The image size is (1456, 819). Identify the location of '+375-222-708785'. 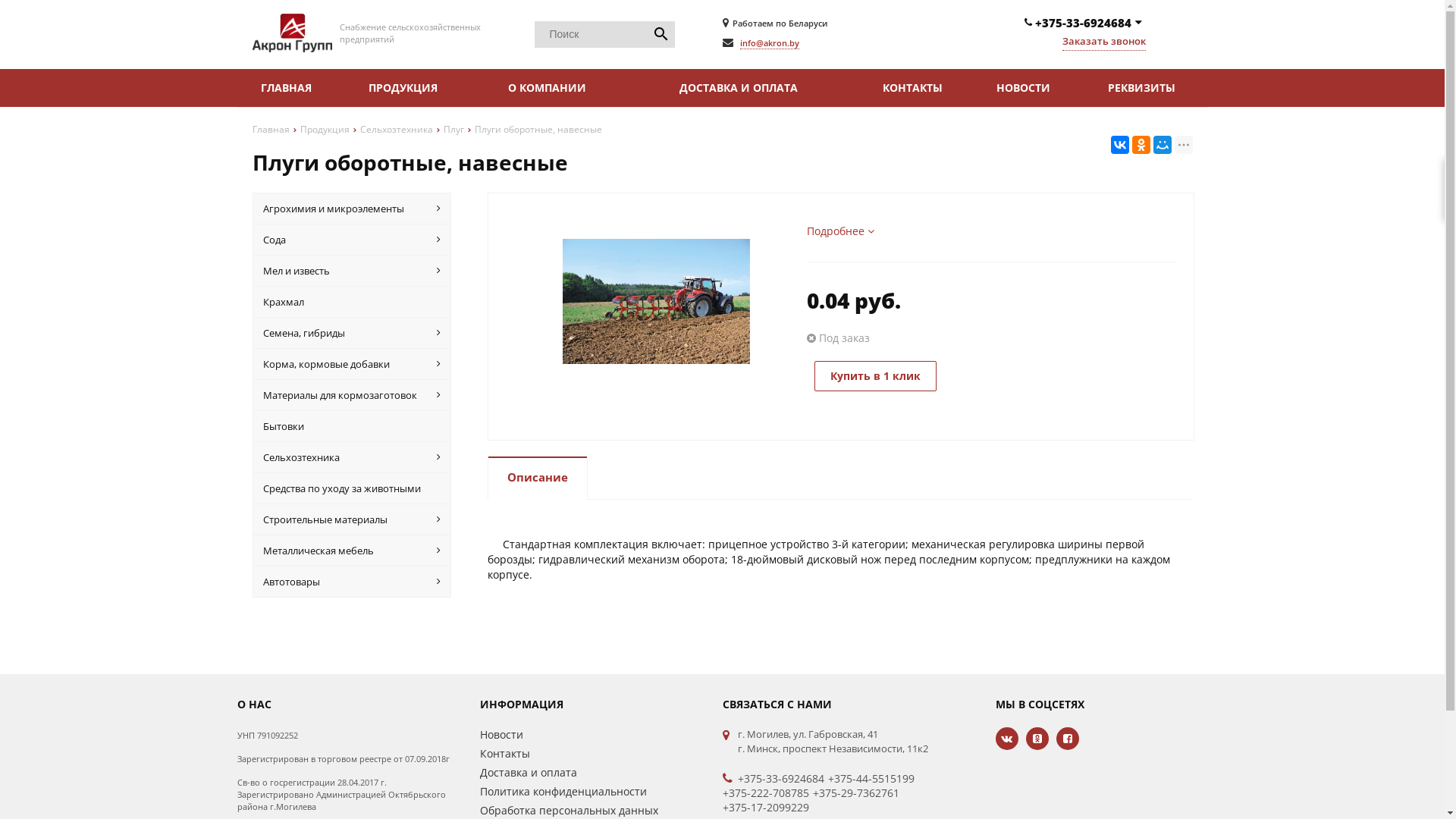
(764, 792).